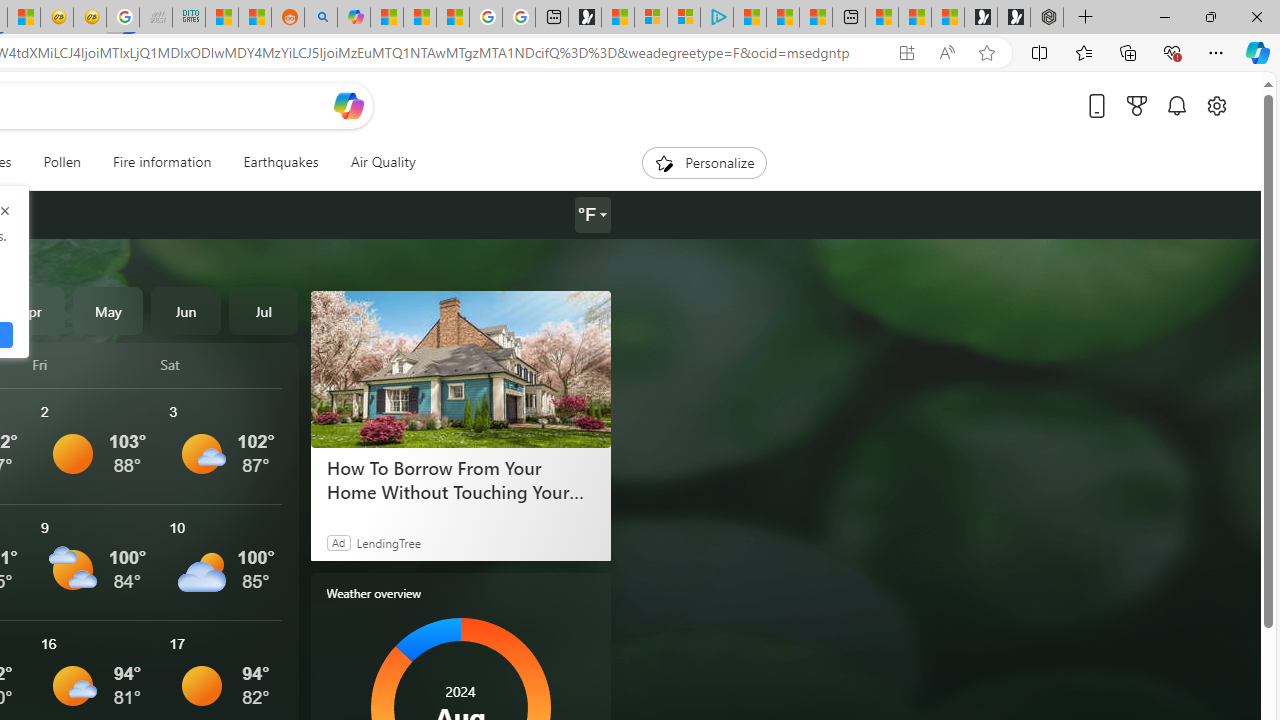 The height and width of the screenshot is (720, 1280). I want to click on 'Play Free Online Games | Games from Microsoft Start', so click(1014, 17).